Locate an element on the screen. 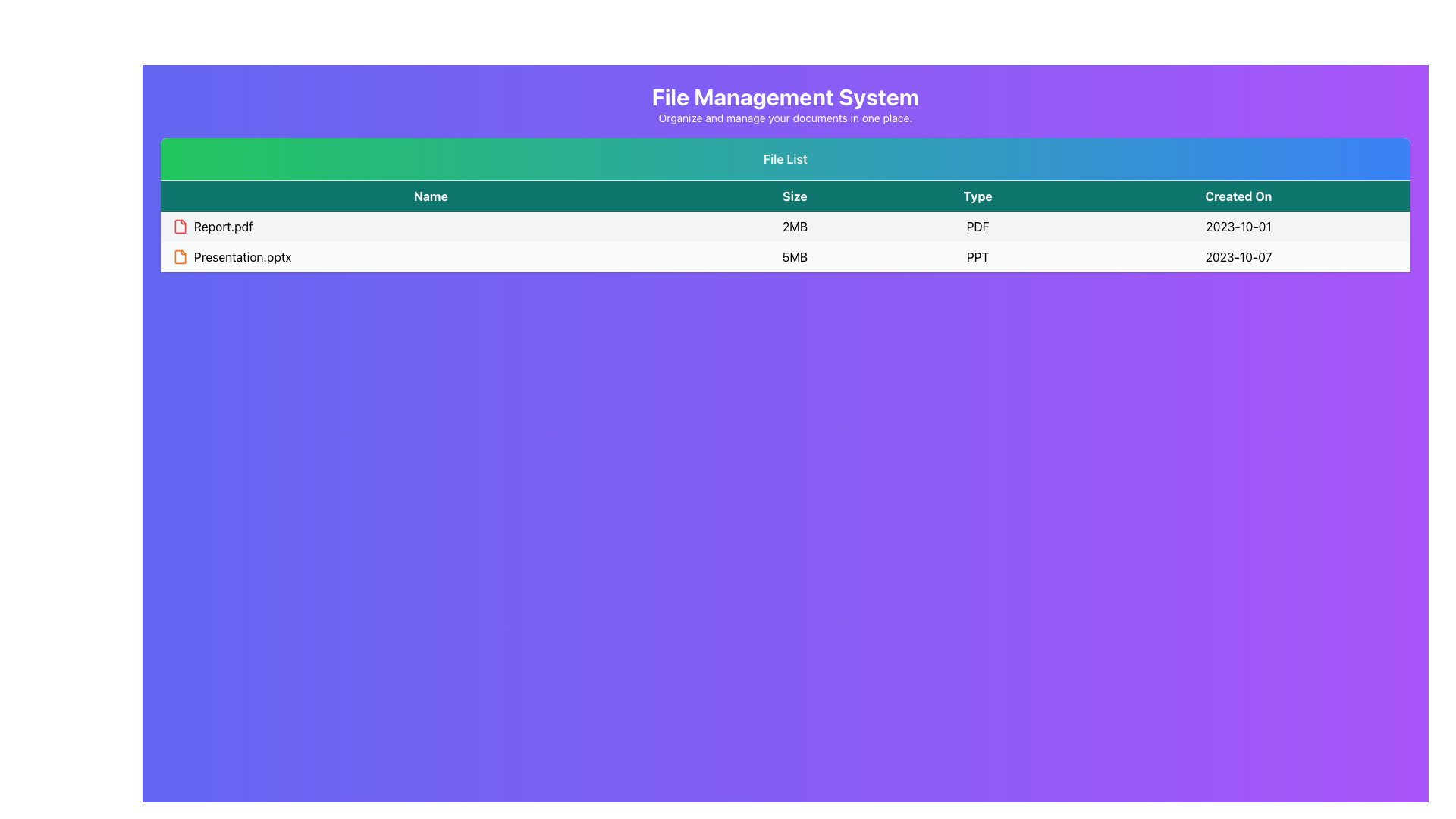 This screenshot has height=819, width=1456. the non-interactive informational label displaying the file size '2MB' located in the 'Size' column of the first row in the table, next to 'Report.pdf' is located at coordinates (794, 227).